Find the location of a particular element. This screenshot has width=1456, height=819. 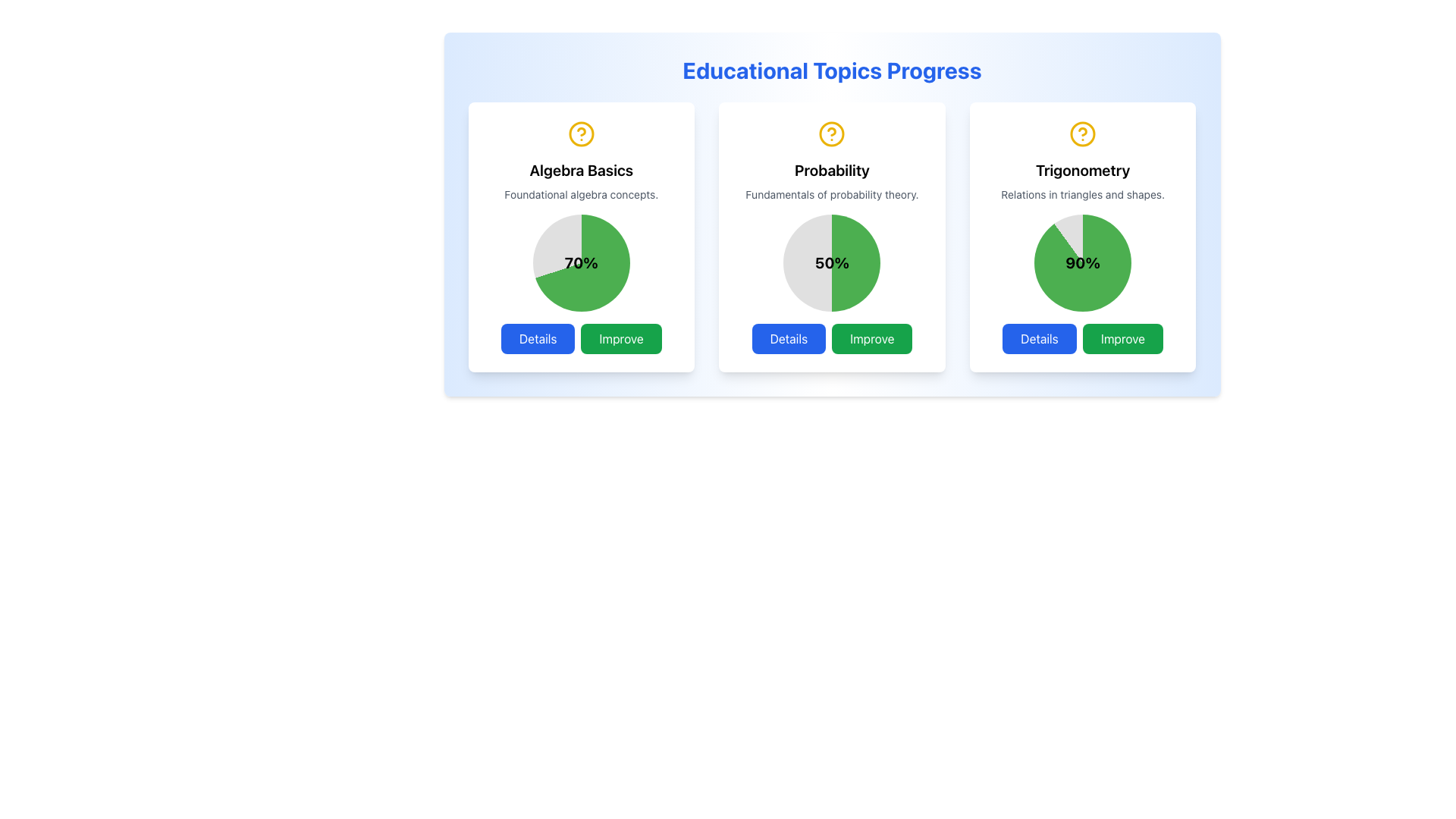

the text label indicating the topic 'Trigonometry', which is the third header in a series of cards, located at the upper section of the third card from the left is located at coordinates (1082, 170).